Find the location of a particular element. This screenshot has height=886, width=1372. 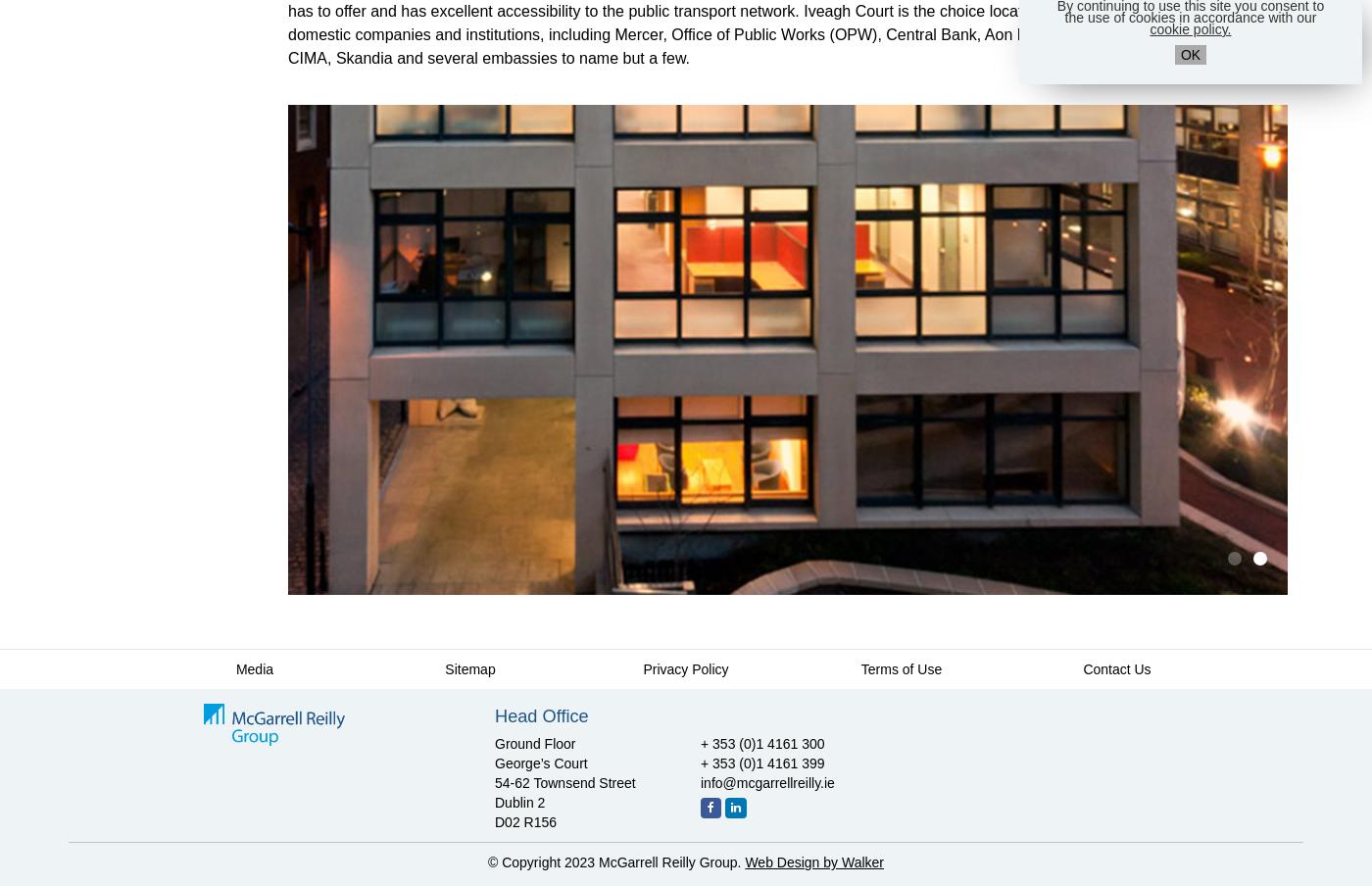

'D02 R156' is located at coordinates (525, 821).